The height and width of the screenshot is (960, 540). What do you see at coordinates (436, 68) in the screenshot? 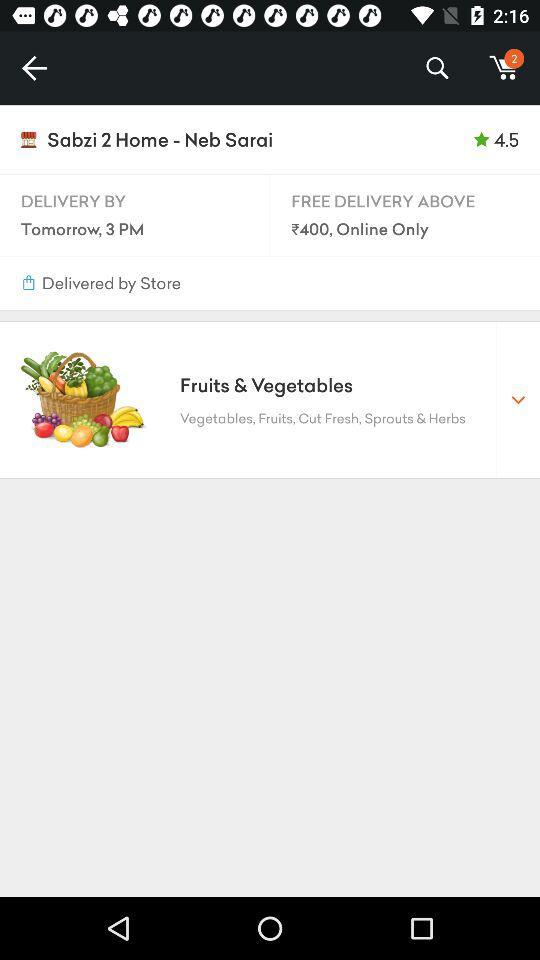
I see `the item next to m icon` at bounding box center [436, 68].